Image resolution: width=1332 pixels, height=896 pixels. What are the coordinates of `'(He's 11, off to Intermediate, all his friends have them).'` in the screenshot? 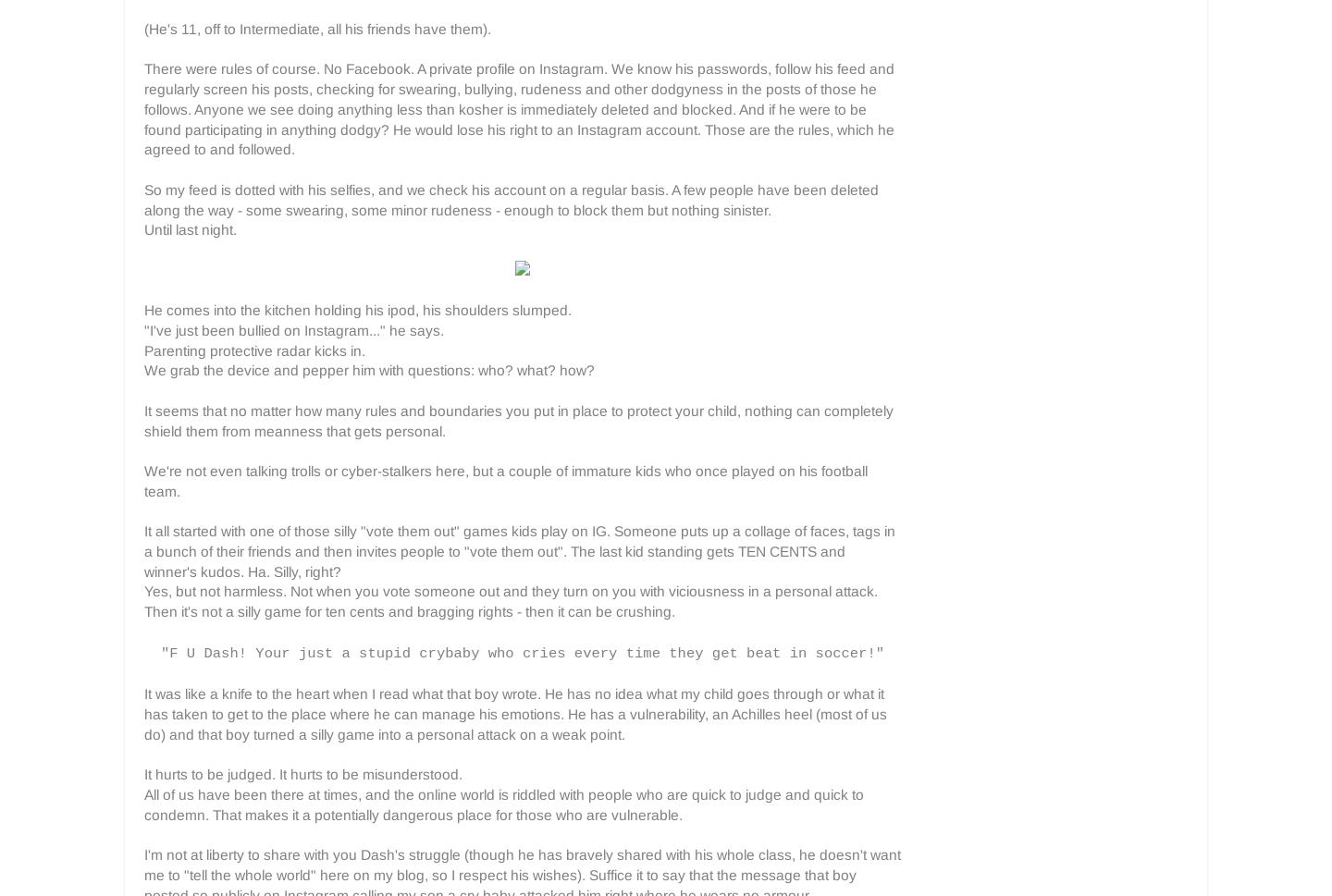 It's located at (317, 28).